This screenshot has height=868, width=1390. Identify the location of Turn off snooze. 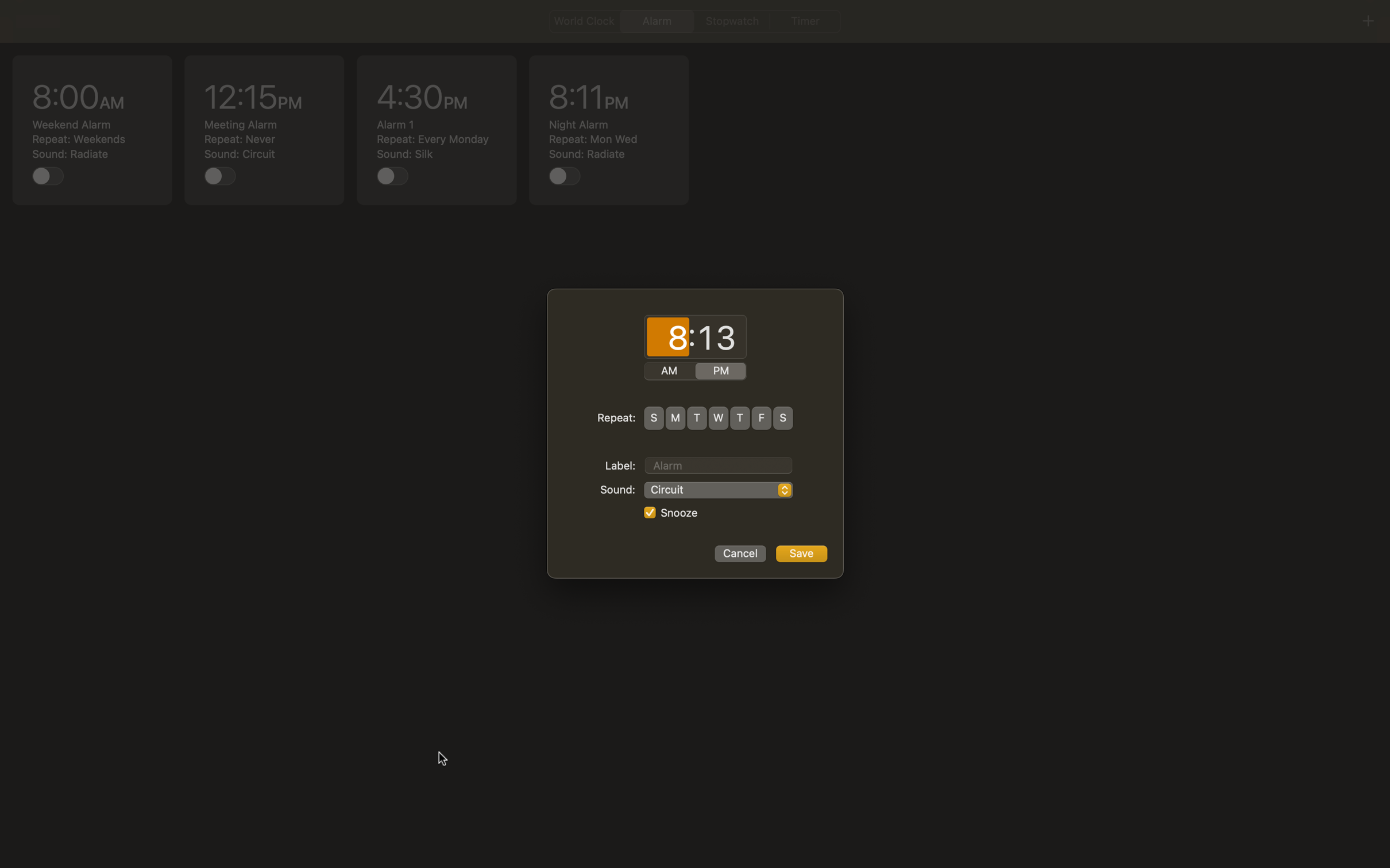
(648, 513).